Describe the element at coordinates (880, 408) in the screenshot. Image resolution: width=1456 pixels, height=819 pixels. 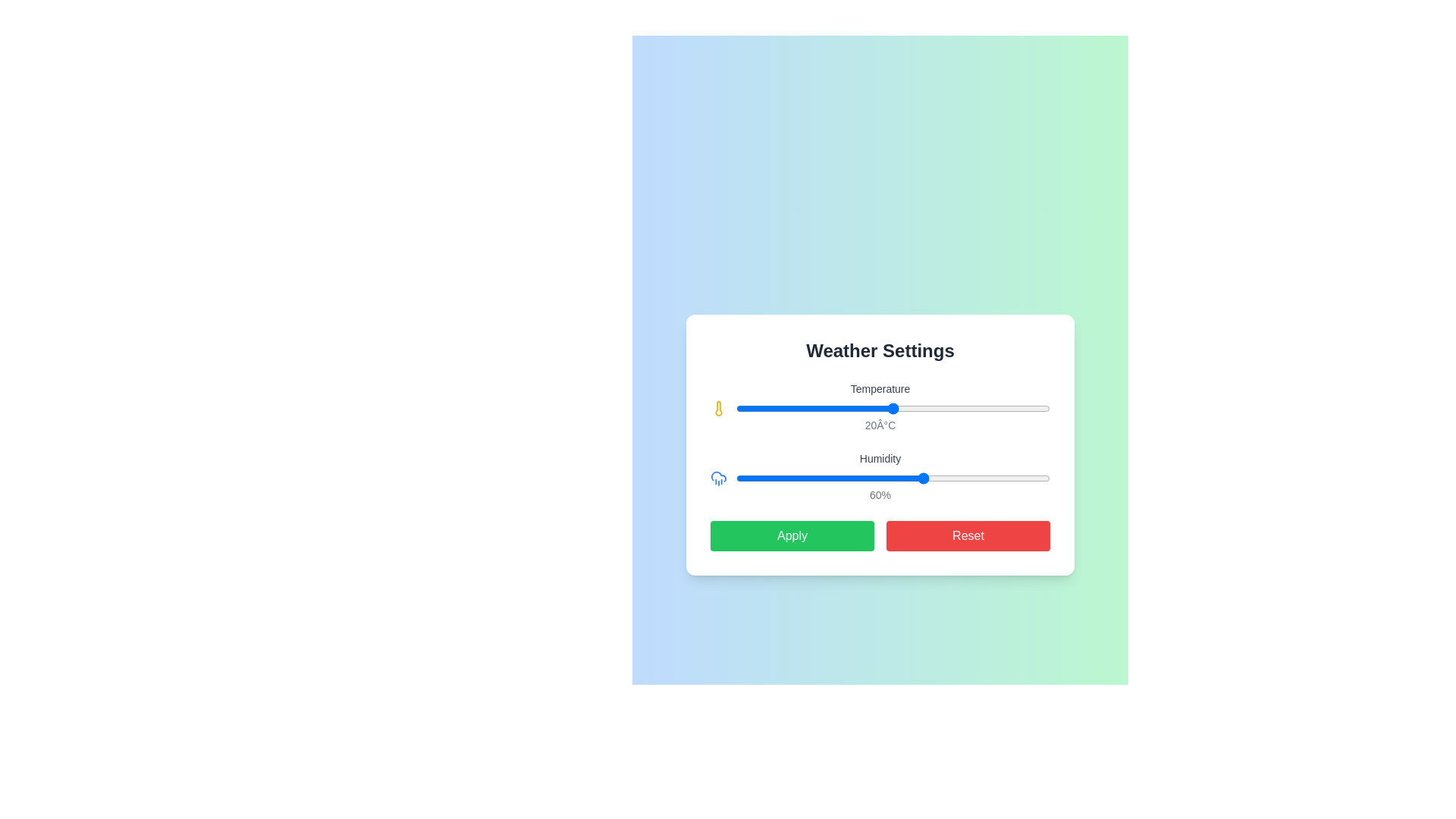
I see `the range slider control for temperature settings, represented by a thermometer slider with a blue to red gradient, to move the knob to a specific position` at that location.